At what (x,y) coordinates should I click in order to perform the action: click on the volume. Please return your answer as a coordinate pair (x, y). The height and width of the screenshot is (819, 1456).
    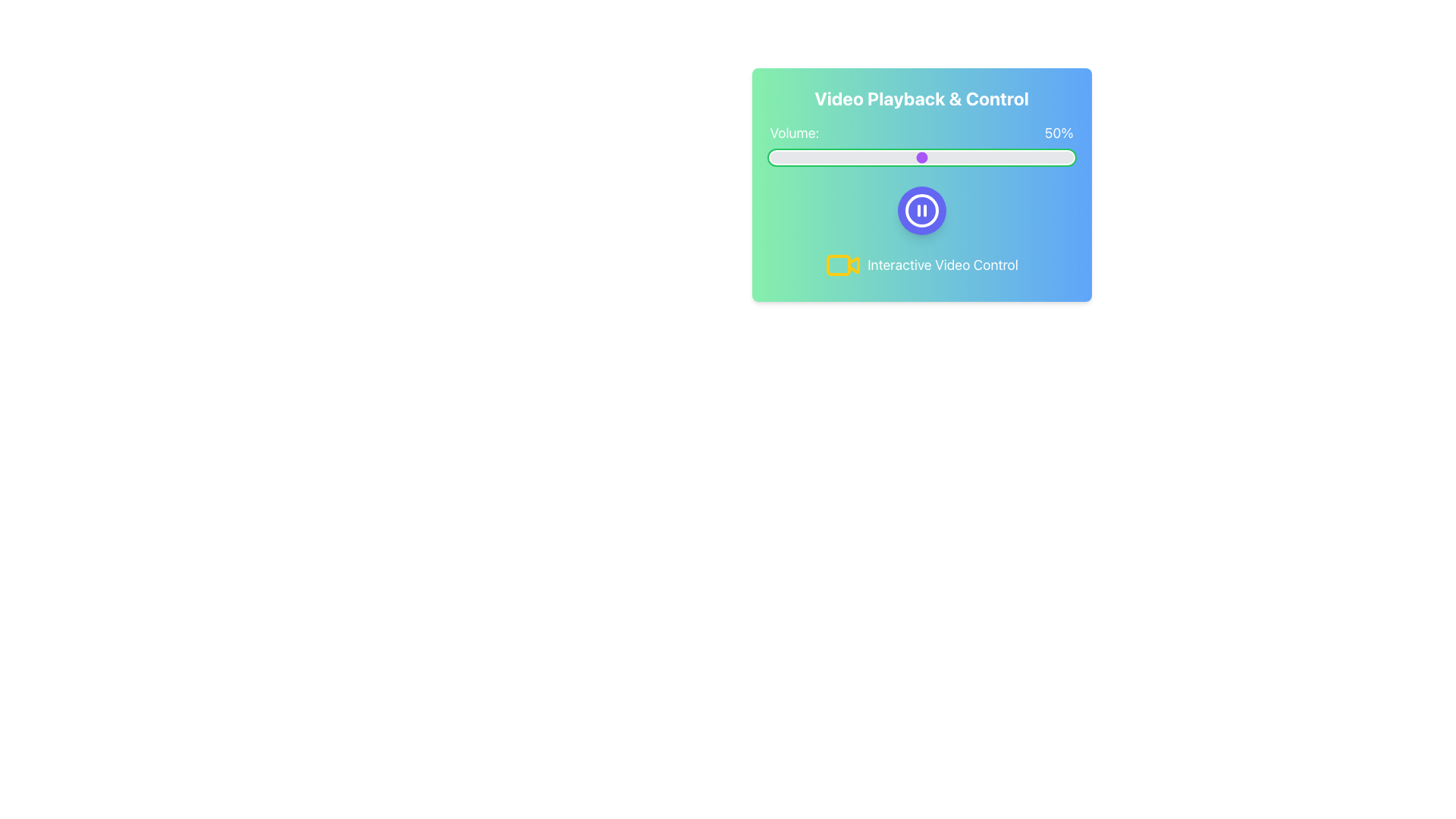
    Looking at the image, I should click on (1031, 158).